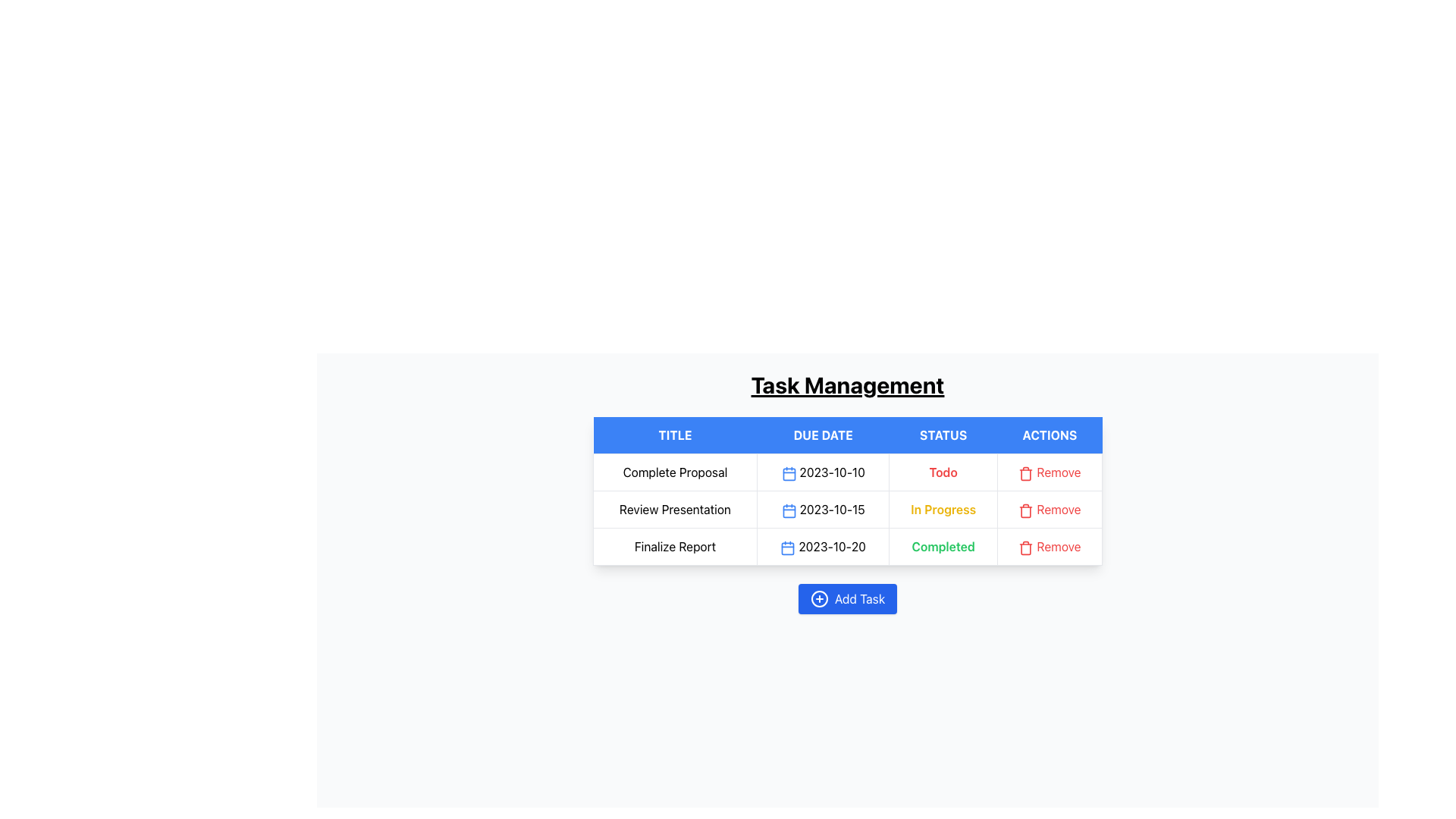 Image resolution: width=1456 pixels, height=819 pixels. I want to click on the text display element showing the due date '2023-10-20' with a blue calendar icon, located in the 'Due Date' column of the third row of the table, so click(822, 547).